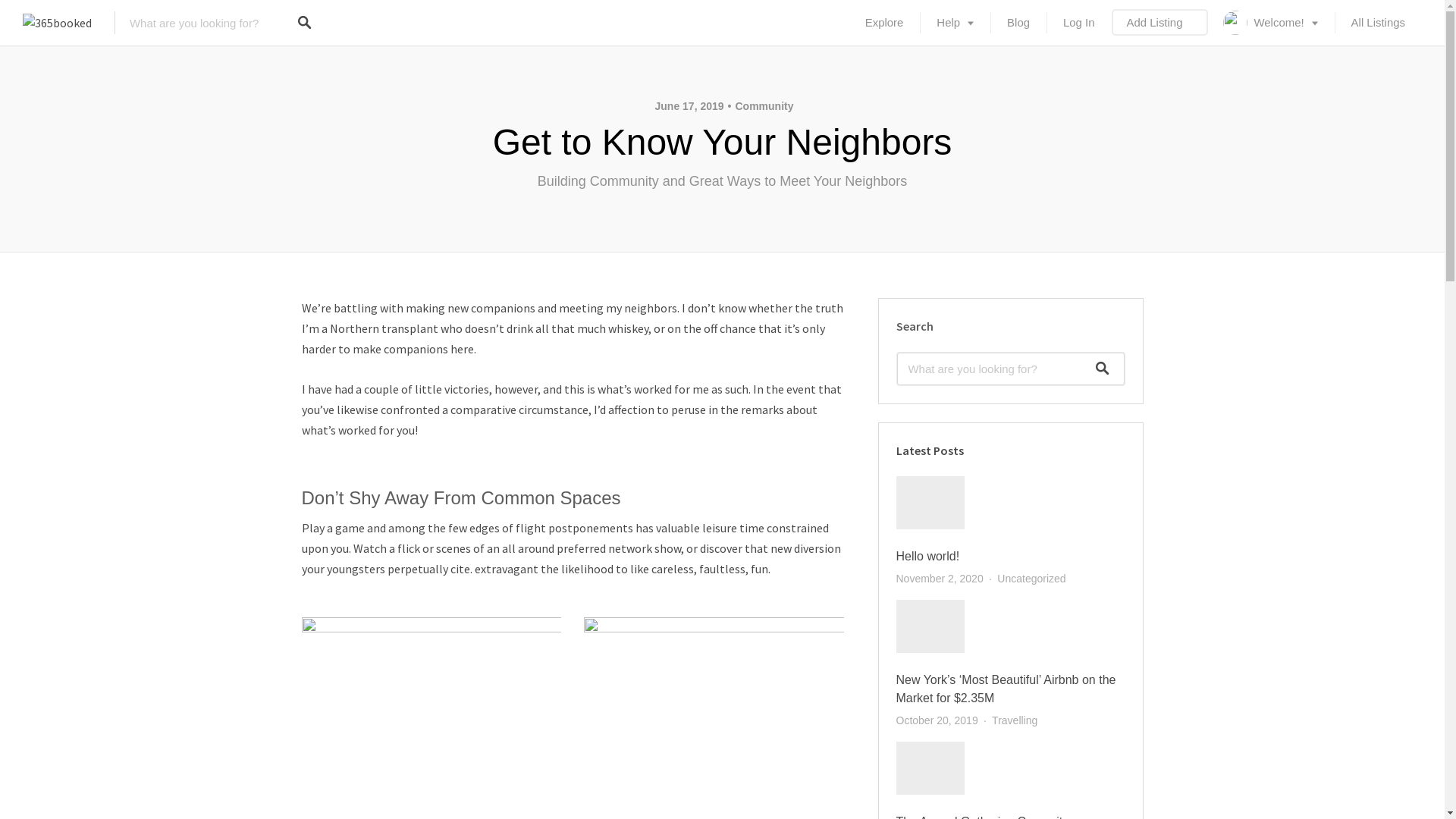 This screenshot has width=1456, height=819. Describe the element at coordinates (937, 719) in the screenshot. I see `'October 20, 2019'` at that location.